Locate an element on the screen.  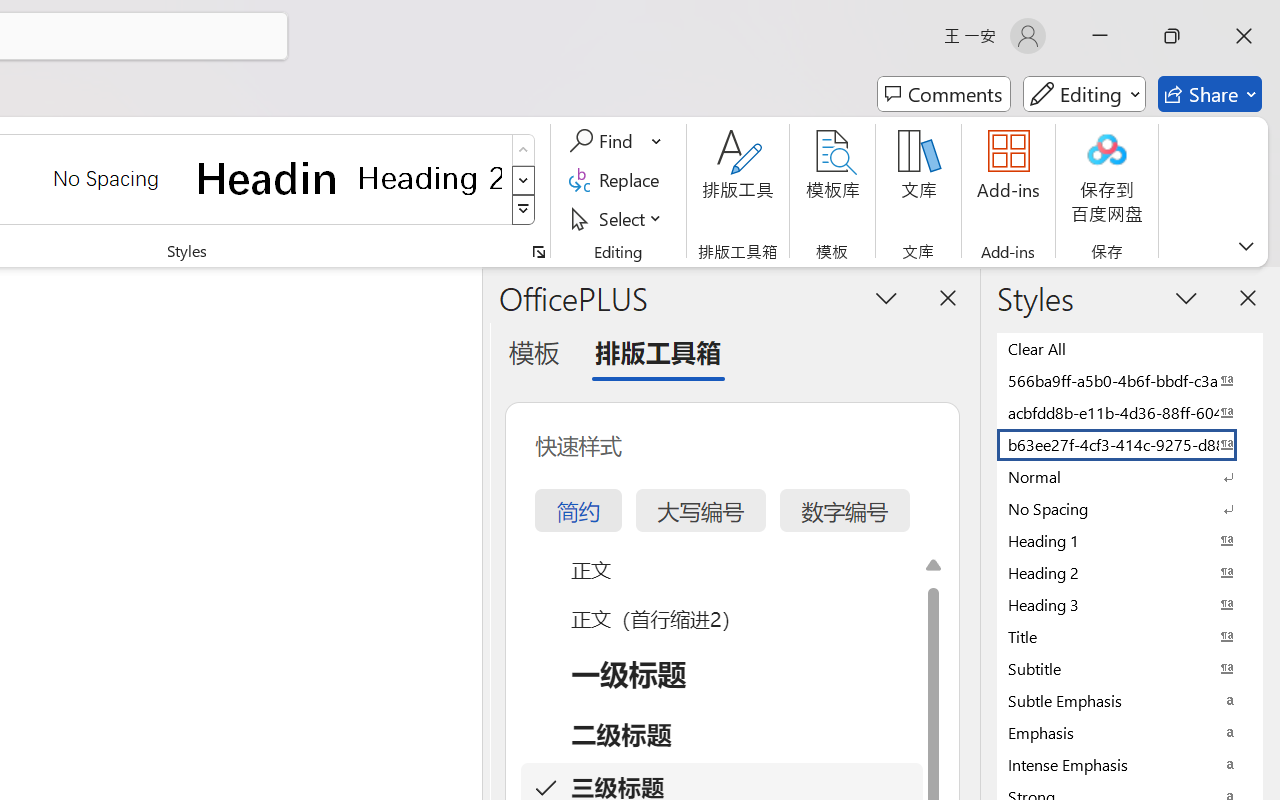
'Replace...' is located at coordinates (616, 179).